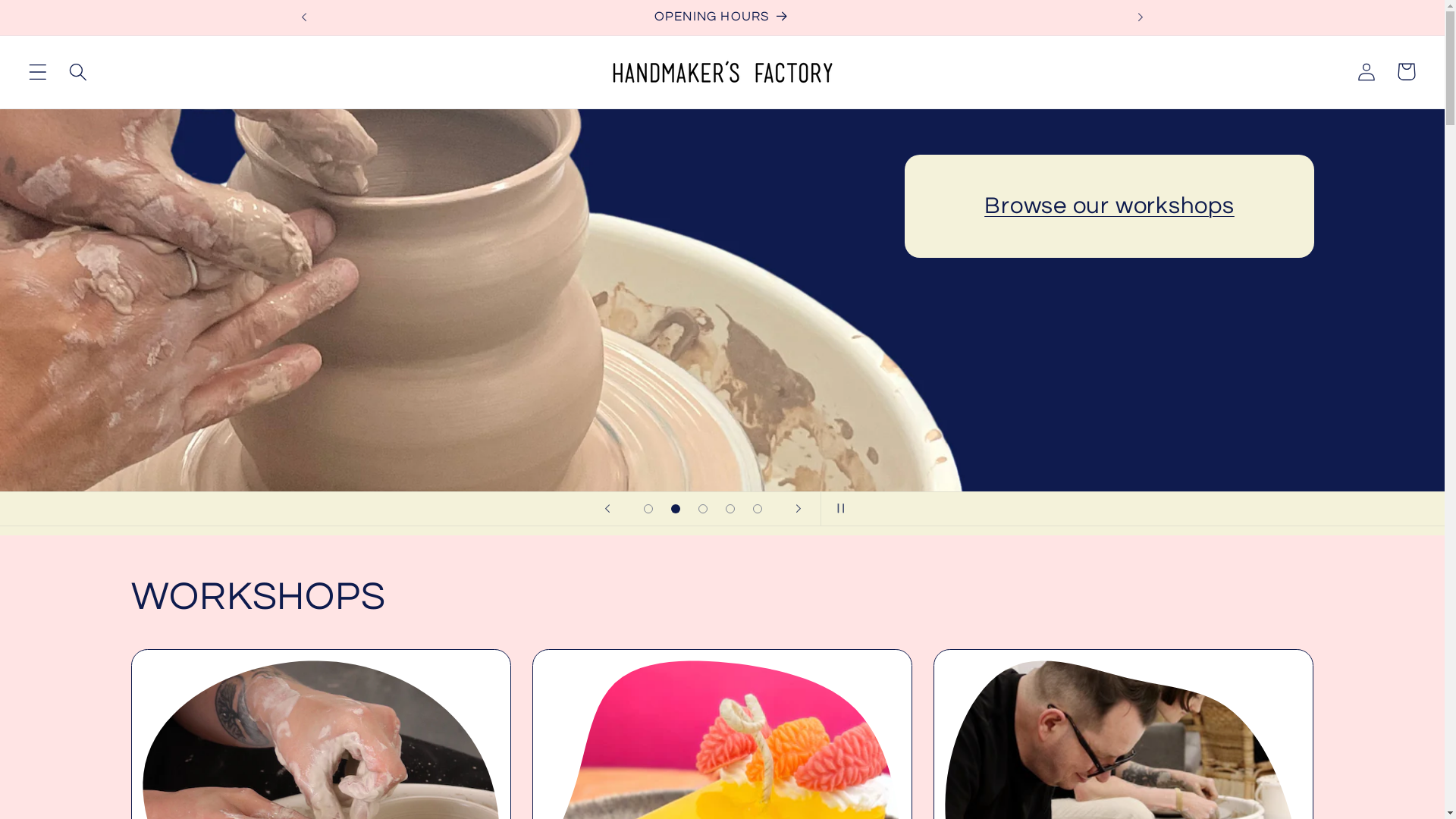 The height and width of the screenshot is (819, 1456). Describe the element at coordinates (1346, 71) in the screenshot. I see `'Log in'` at that location.